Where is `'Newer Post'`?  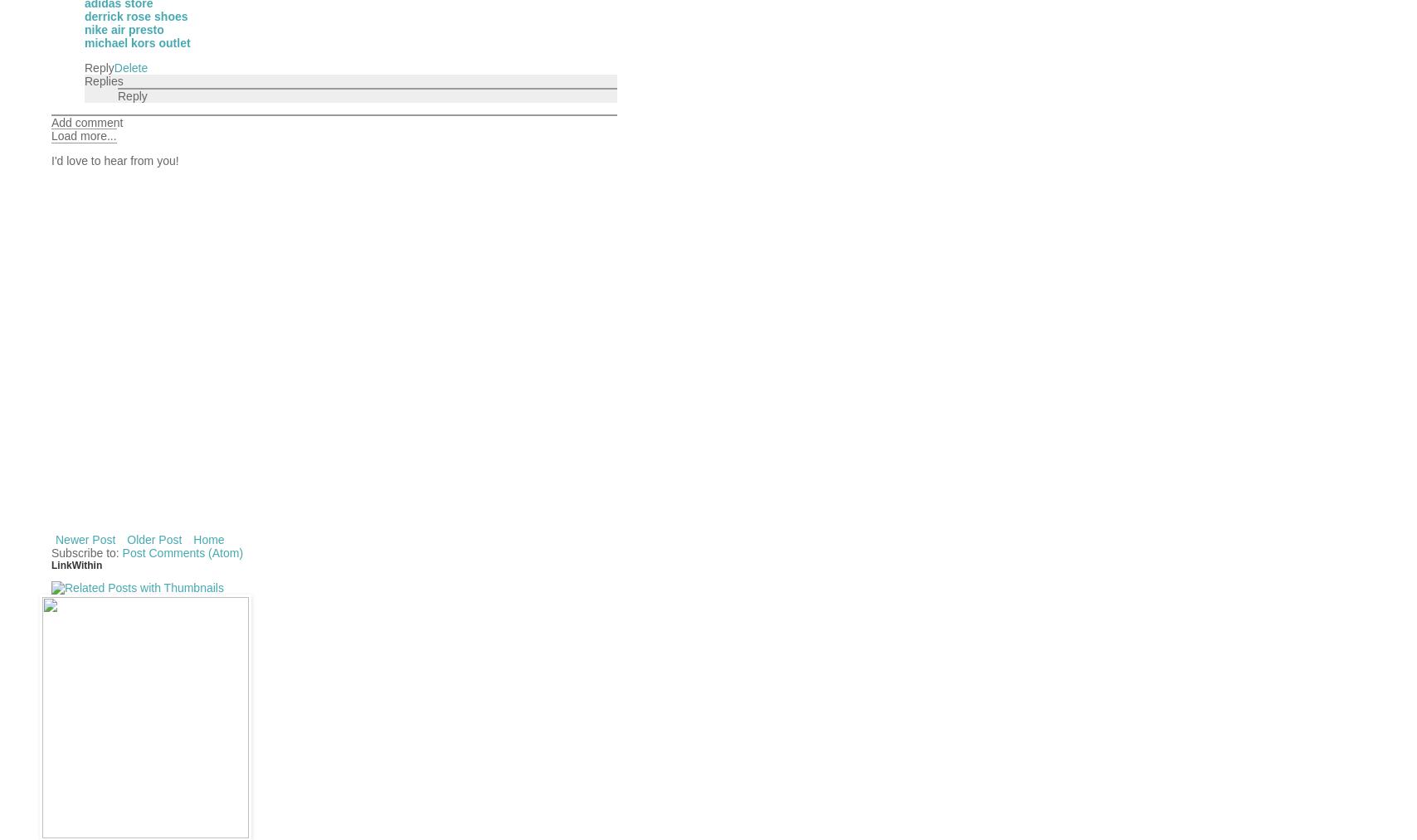
'Newer Post' is located at coordinates (85, 538).